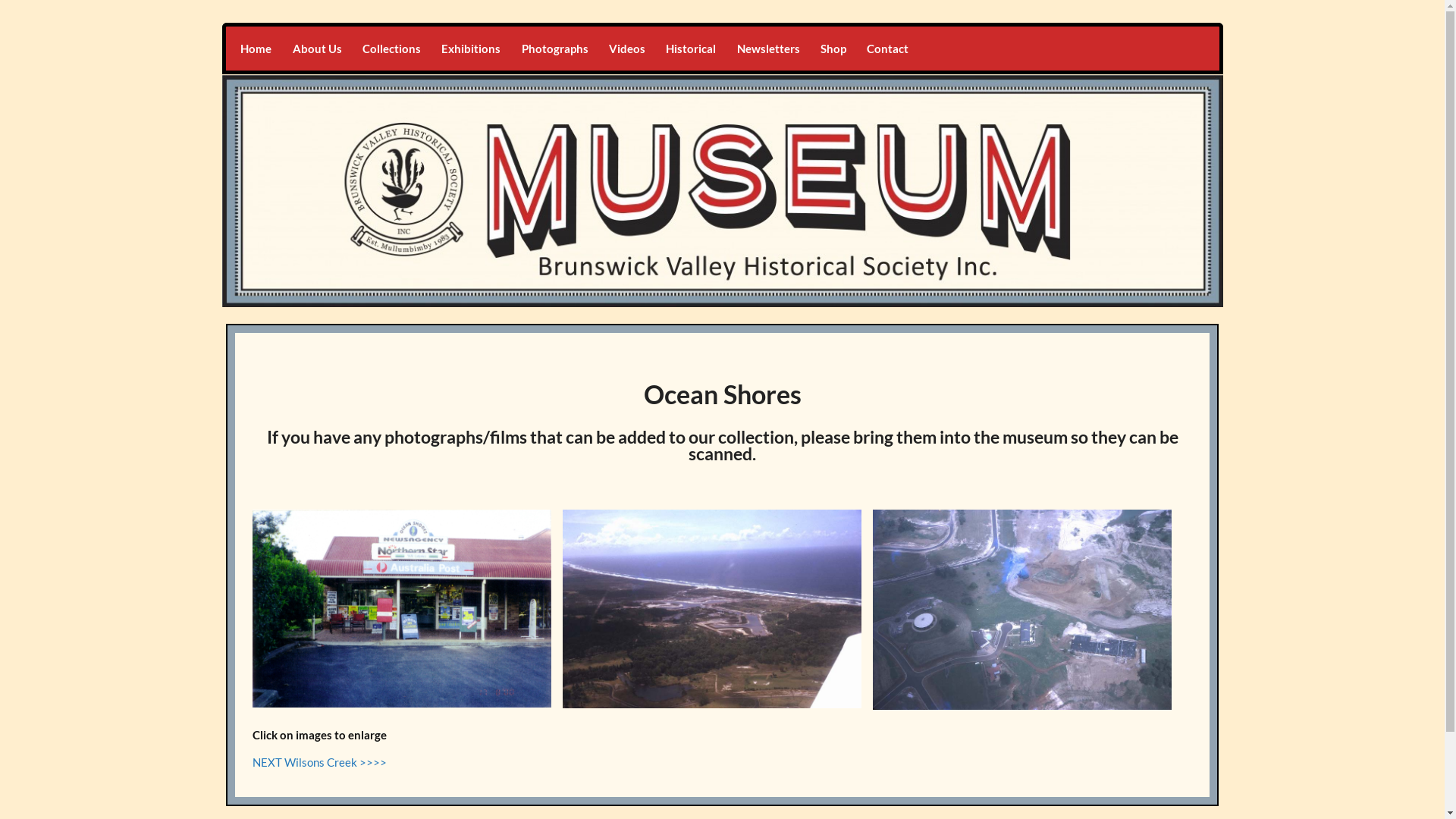 Image resolution: width=1456 pixels, height=819 pixels. I want to click on 'Brunswick Valley Historical Society Inc', so click(471, 39).